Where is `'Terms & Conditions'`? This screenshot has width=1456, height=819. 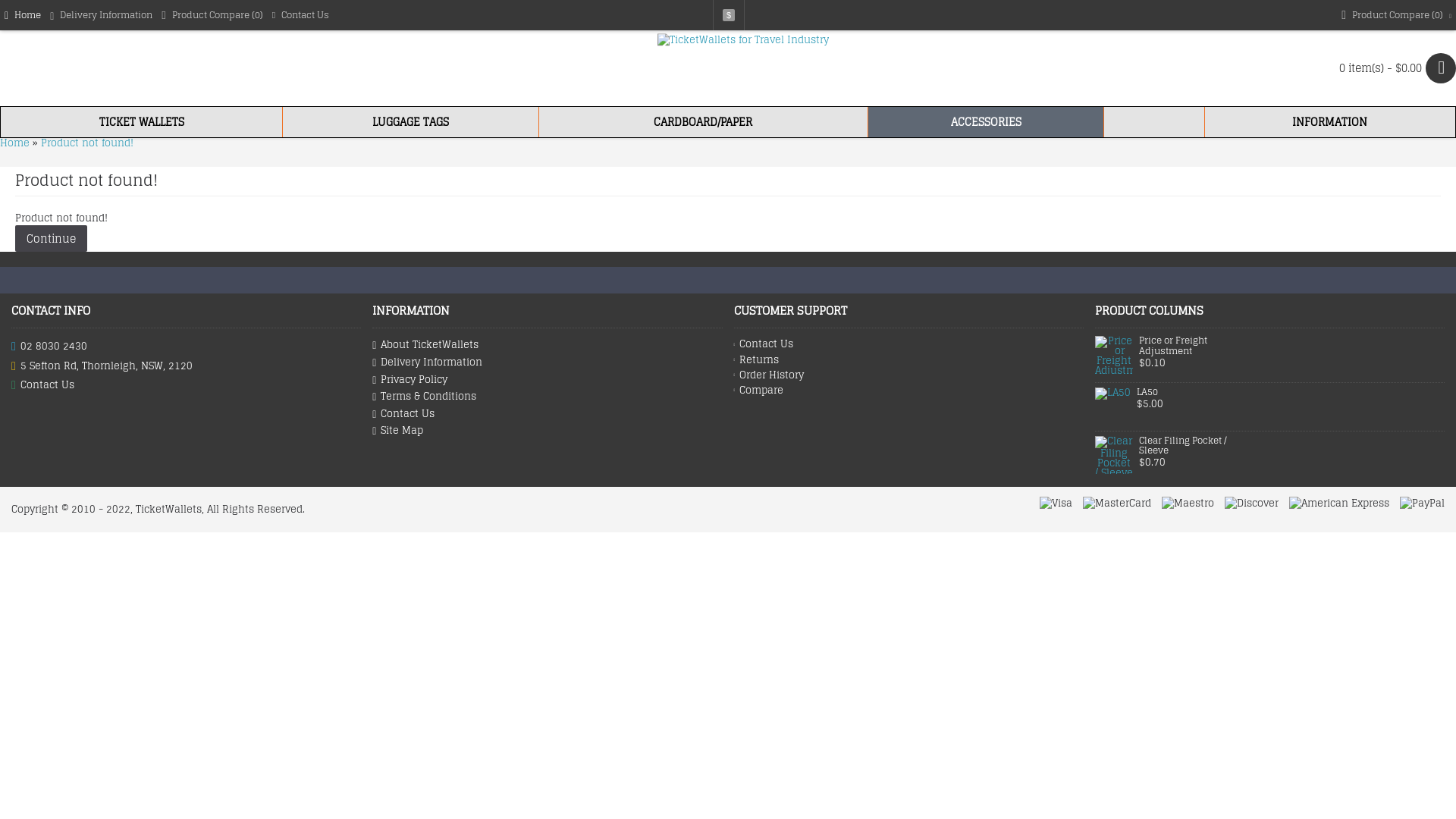 'Terms & Conditions' is located at coordinates (546, 396).